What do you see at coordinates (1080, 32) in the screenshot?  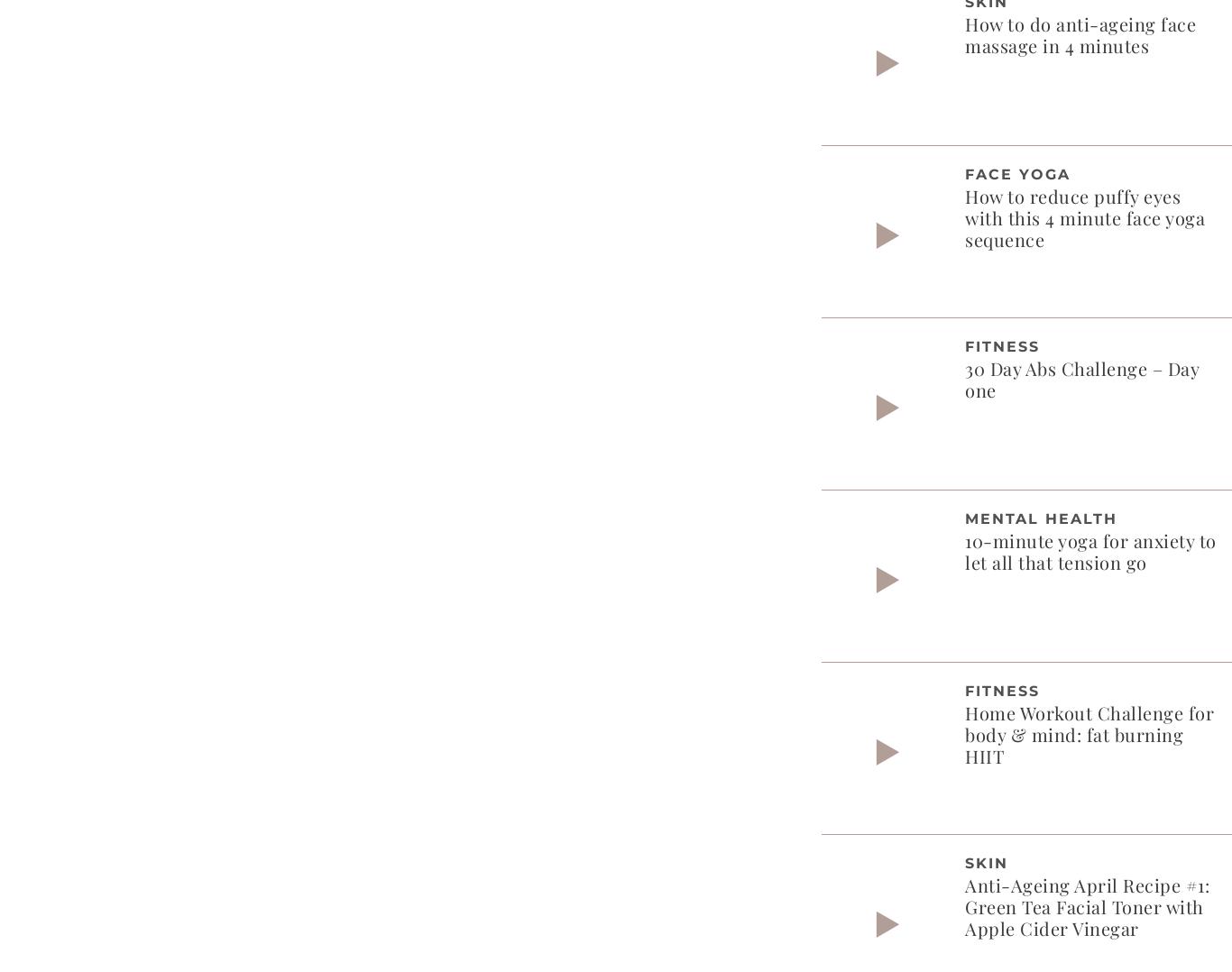 I see `'How to do anti-ageing face massage in 4 minutes'` at bounding box center [1080, 32].